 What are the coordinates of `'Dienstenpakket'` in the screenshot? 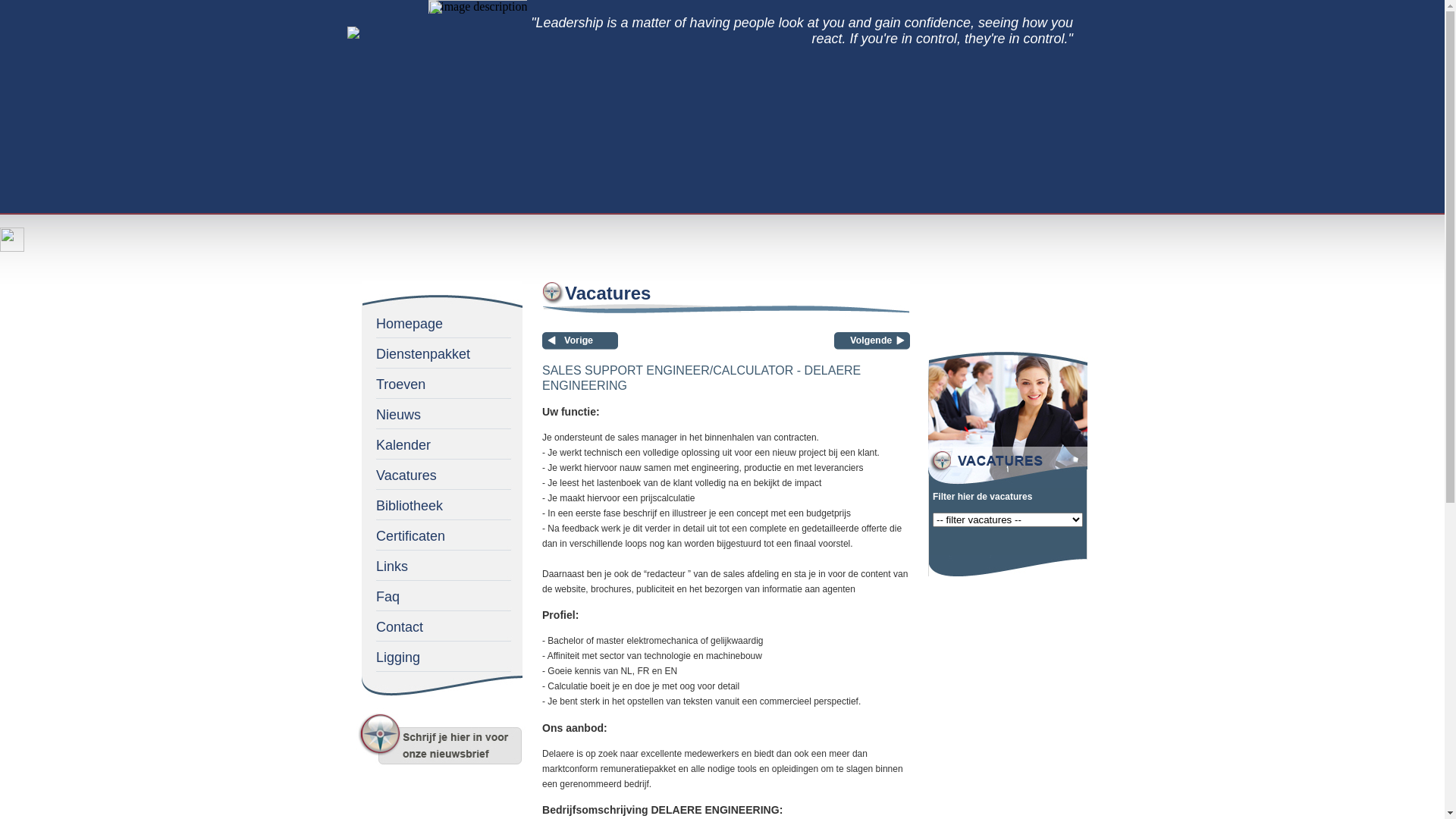 It's located at (441, 350).